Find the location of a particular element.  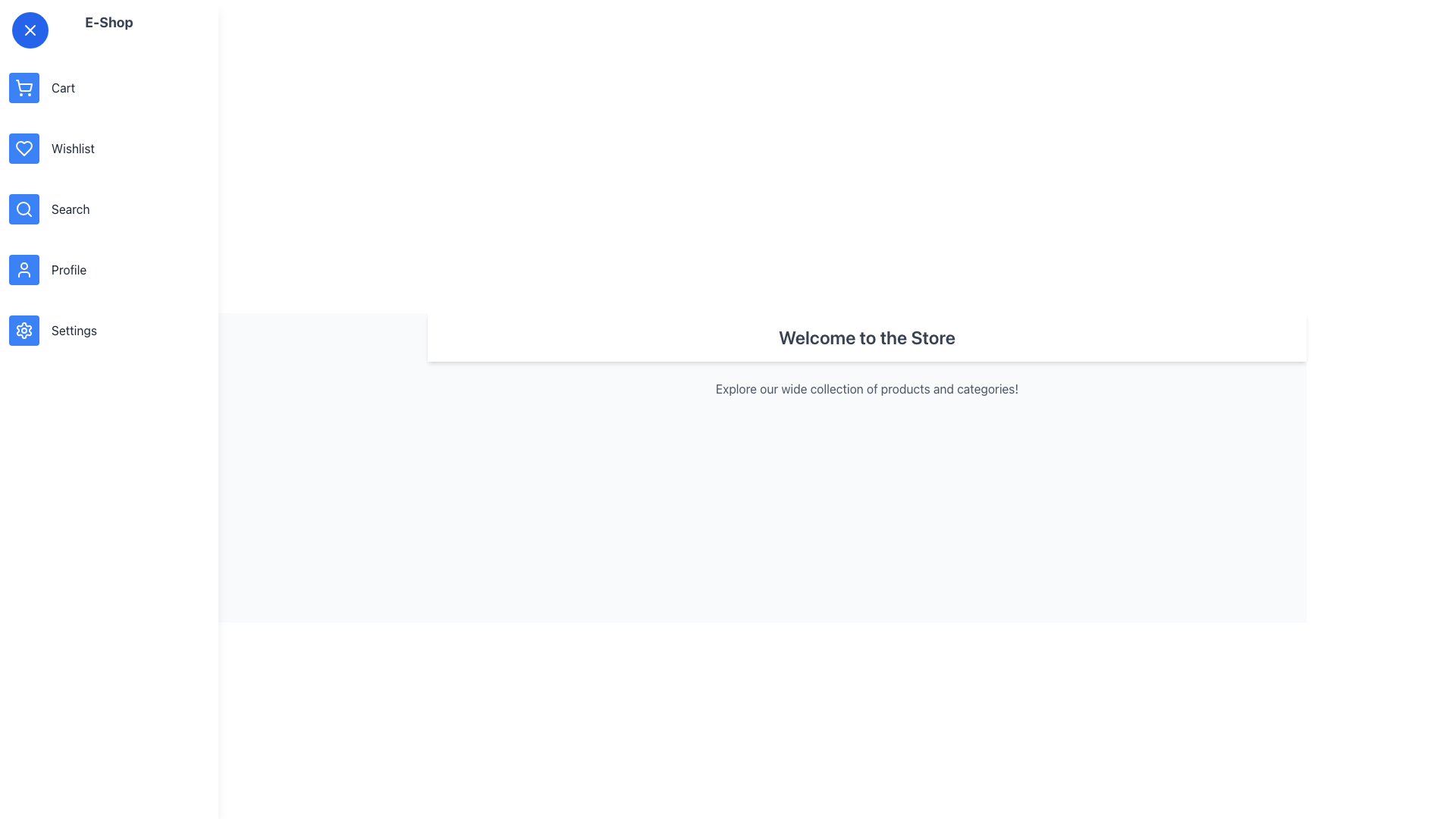

the Close Icon, which is an 'X' shape located in the top-left corner of the side navigation menu is located at coordinates (30, 30).